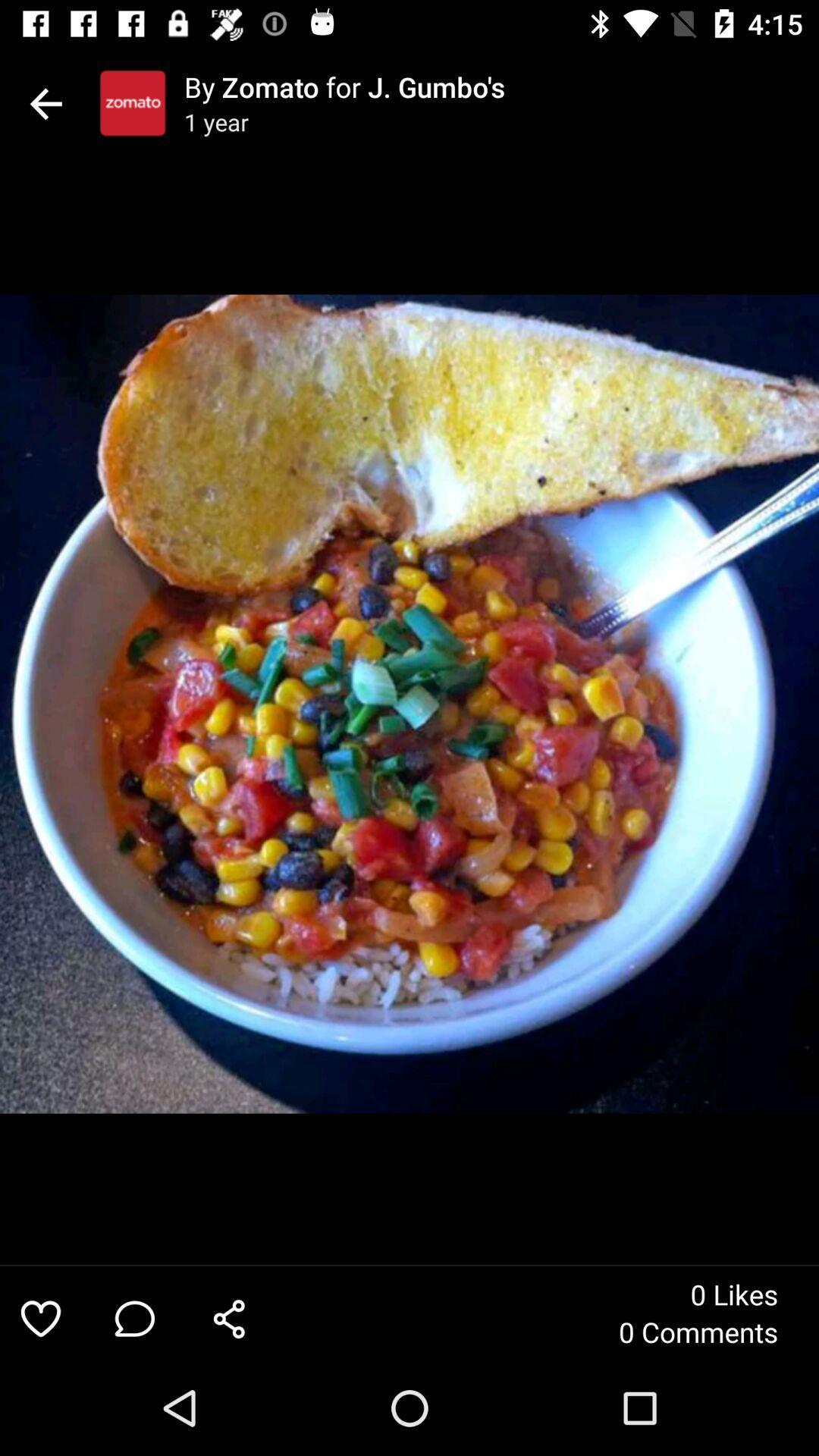 The width and height of the screenshot is (819, 1456). What do you see at coordinates (229, 1317) in the screenshot?
I see `the icon to the left of the 0 comments icon` at bounding box center [229, 1317].